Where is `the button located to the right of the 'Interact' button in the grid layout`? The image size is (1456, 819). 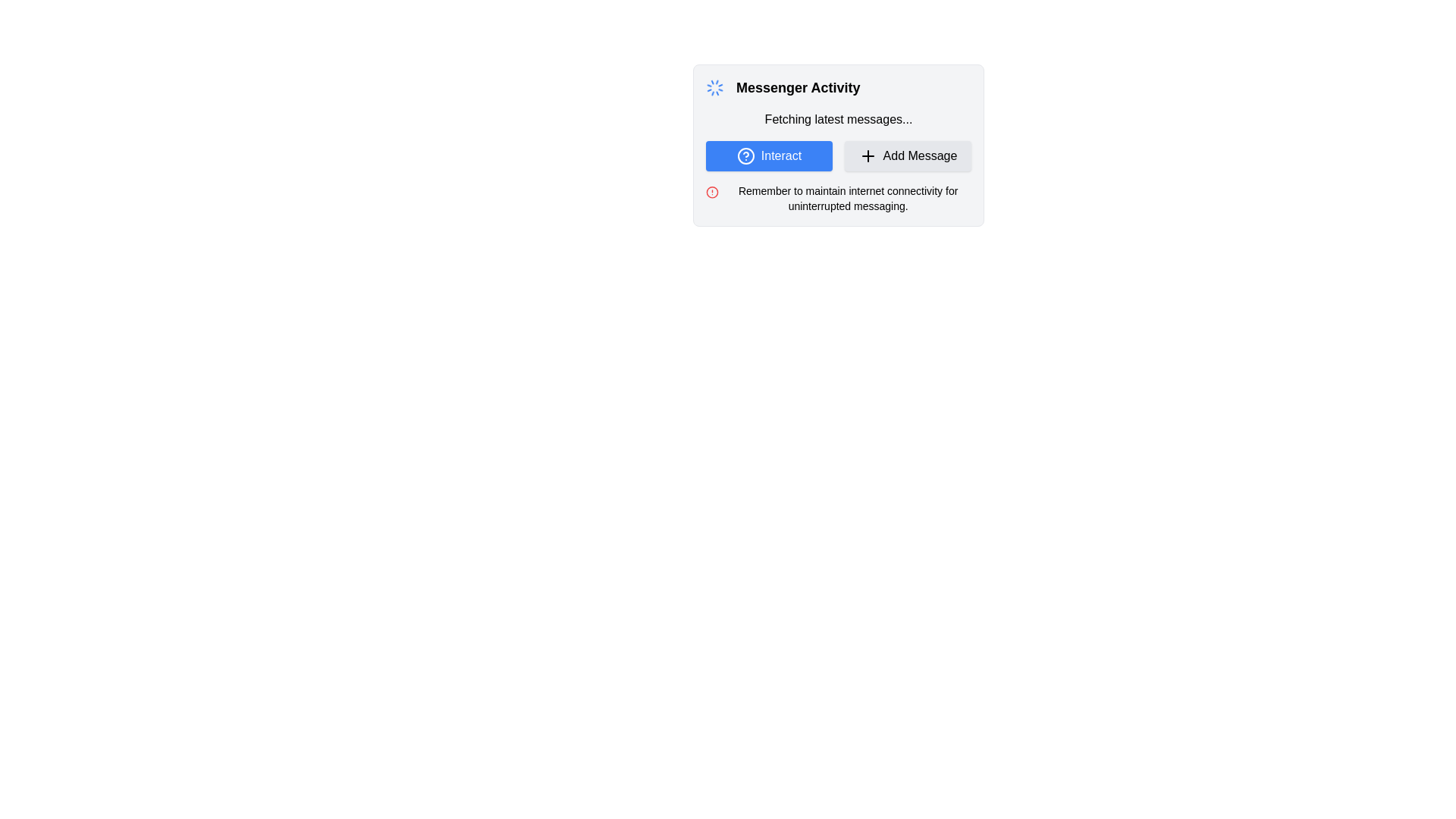
the button located to the right of the 'Interact' button in the grid layout is located at coordinates (908, 155).